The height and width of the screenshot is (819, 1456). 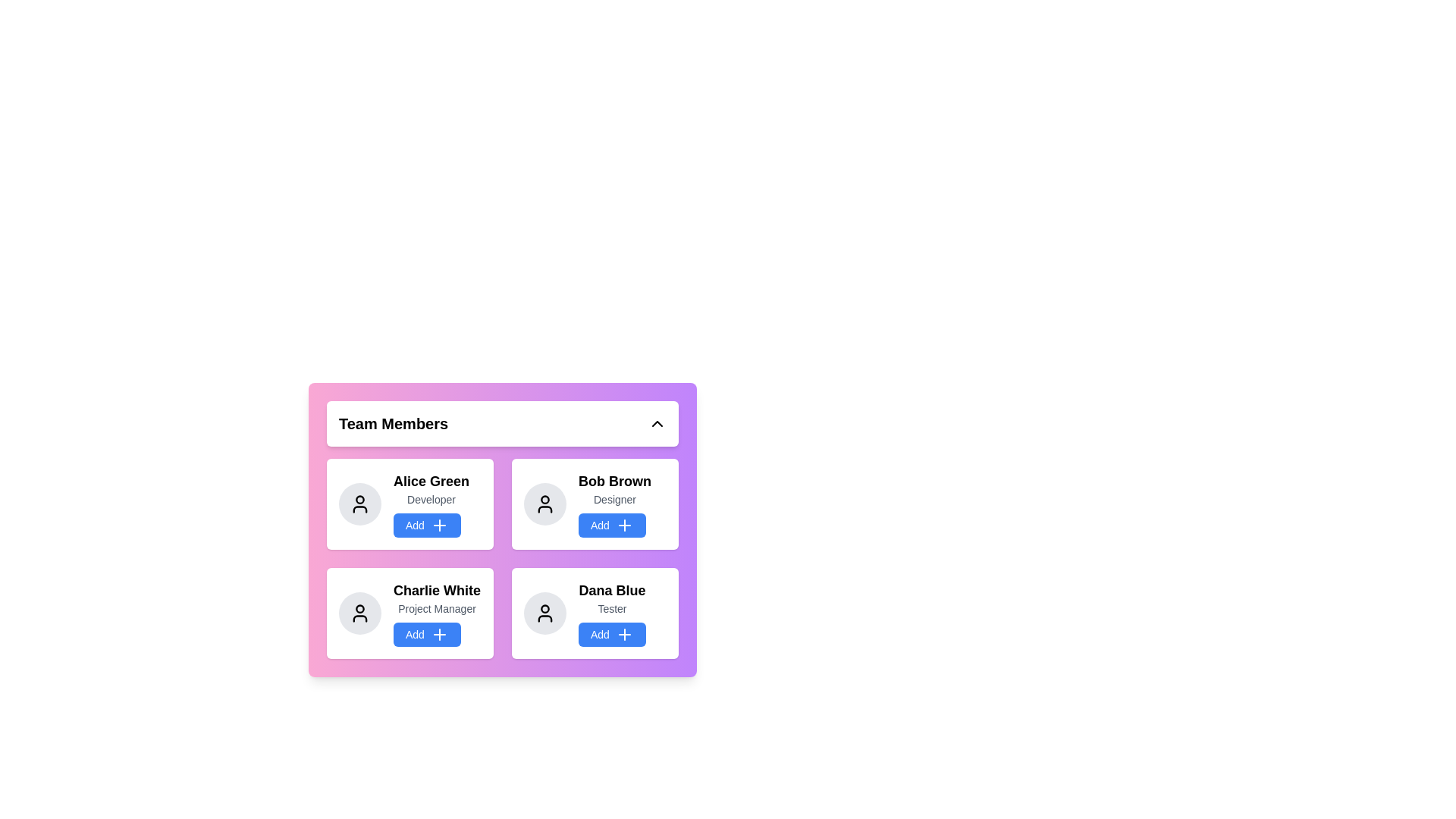 What do you see at coordinates (431, 482) in the screenshot?
I see `the text label displaying the name 'Alice Green', which is bold and larger in font, located in the top-left quadrant of the user profile card` at bounding box center [431, 482].